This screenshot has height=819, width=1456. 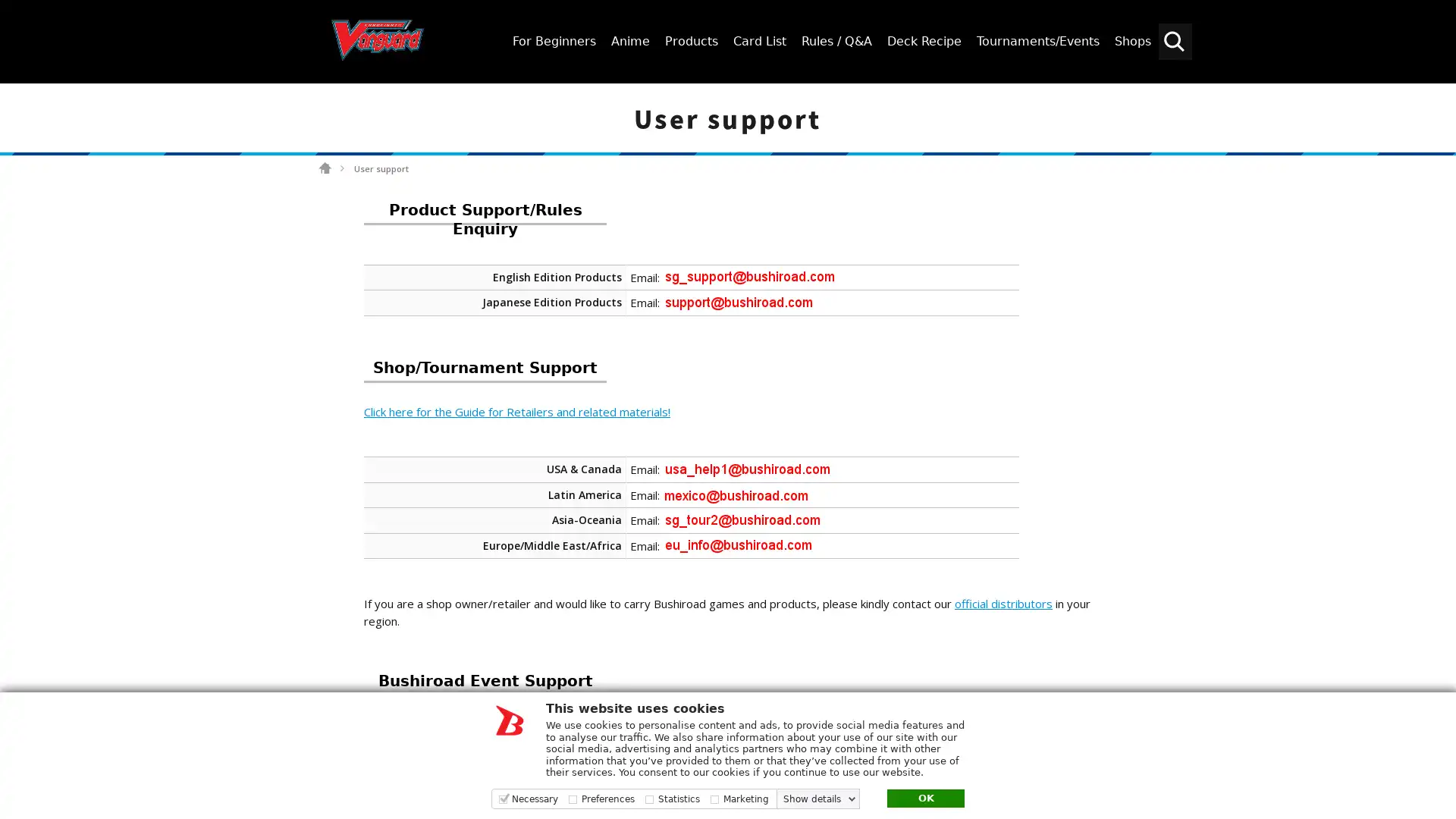 I want to click on Search, so click(x=1437, y=96).